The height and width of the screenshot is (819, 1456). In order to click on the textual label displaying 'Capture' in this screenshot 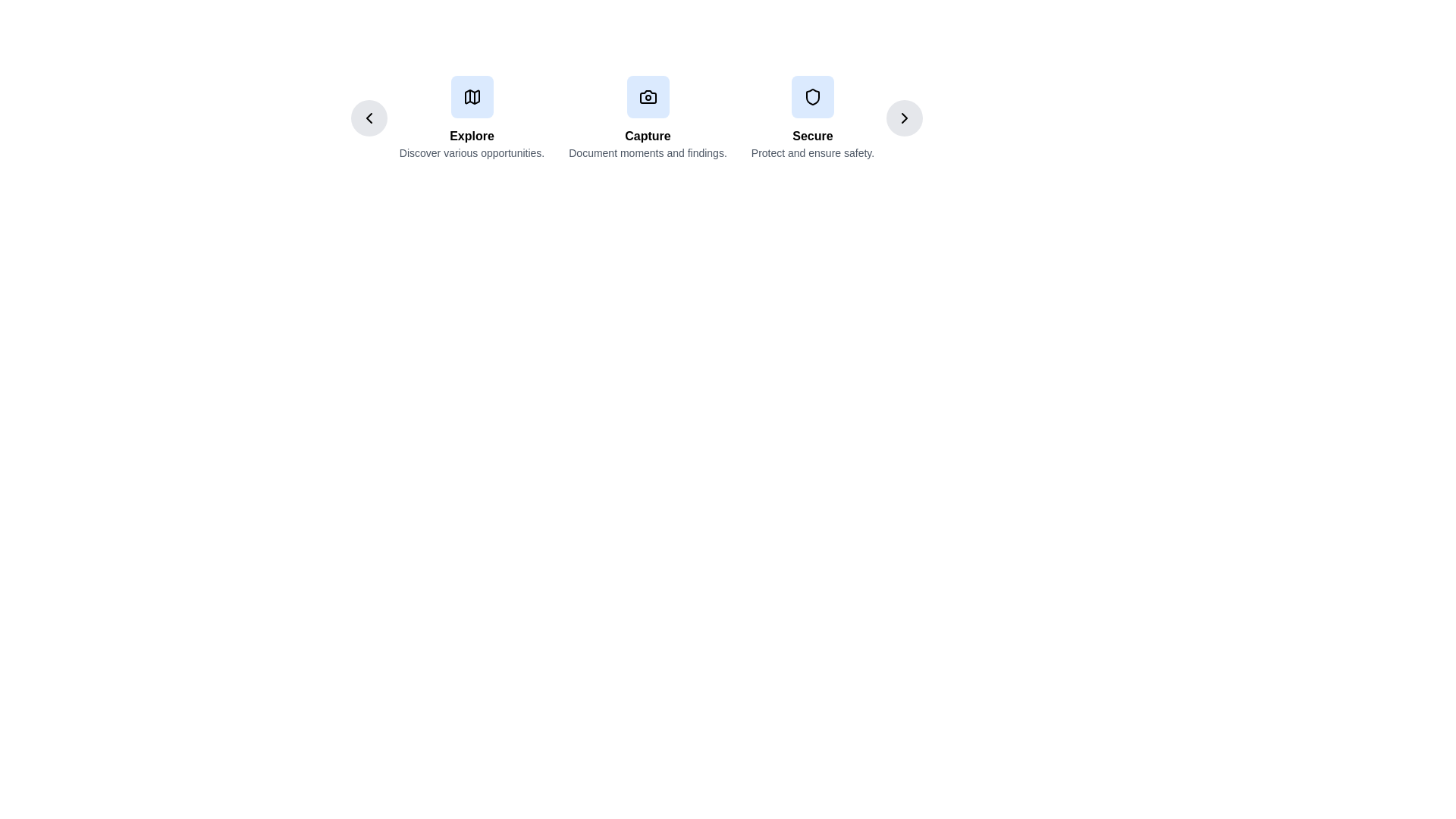, I will do `click(648, 136)`.